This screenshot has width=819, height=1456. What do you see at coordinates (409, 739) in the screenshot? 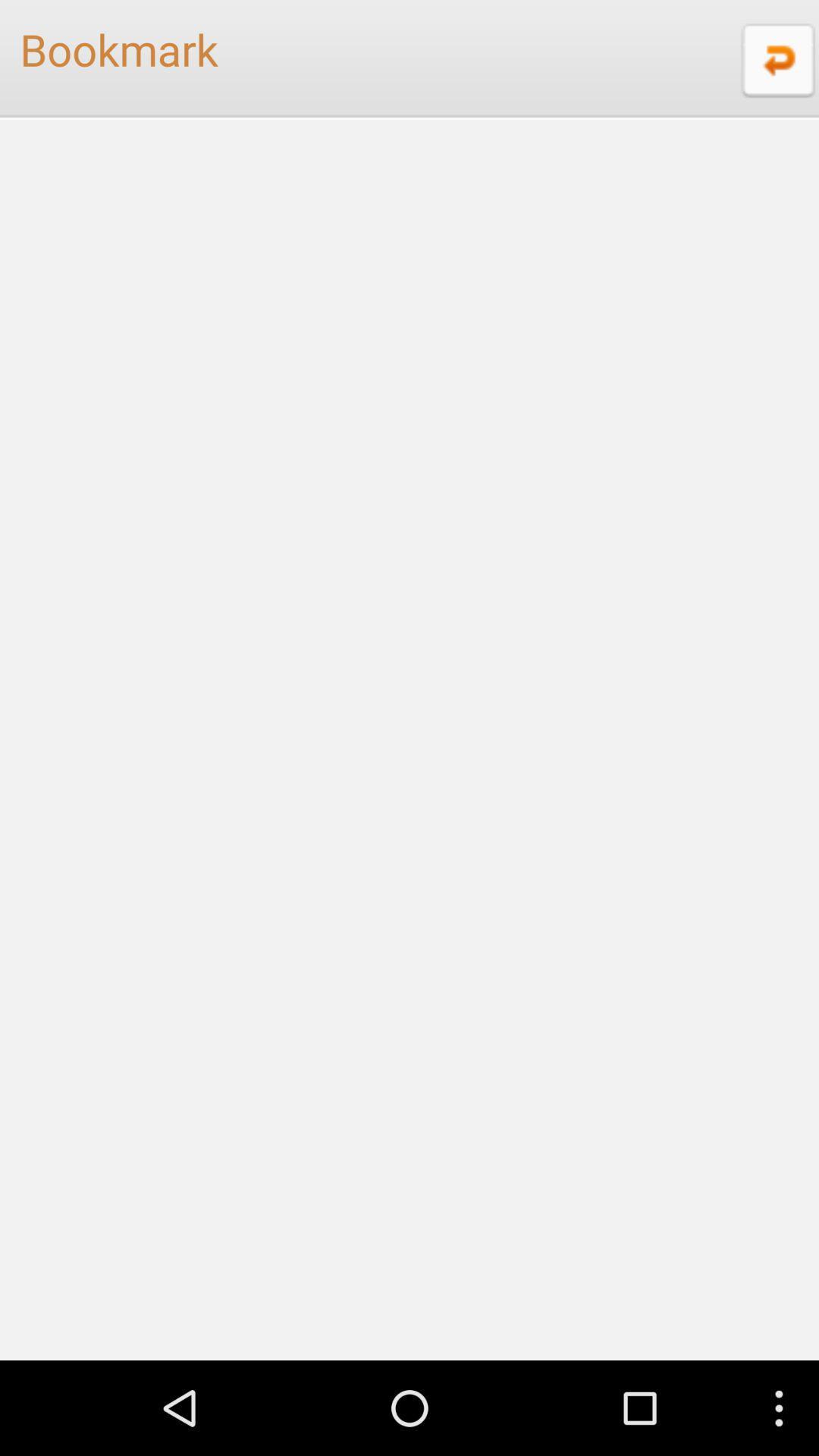
I see `item at the center` at bounding box center [409, 739].